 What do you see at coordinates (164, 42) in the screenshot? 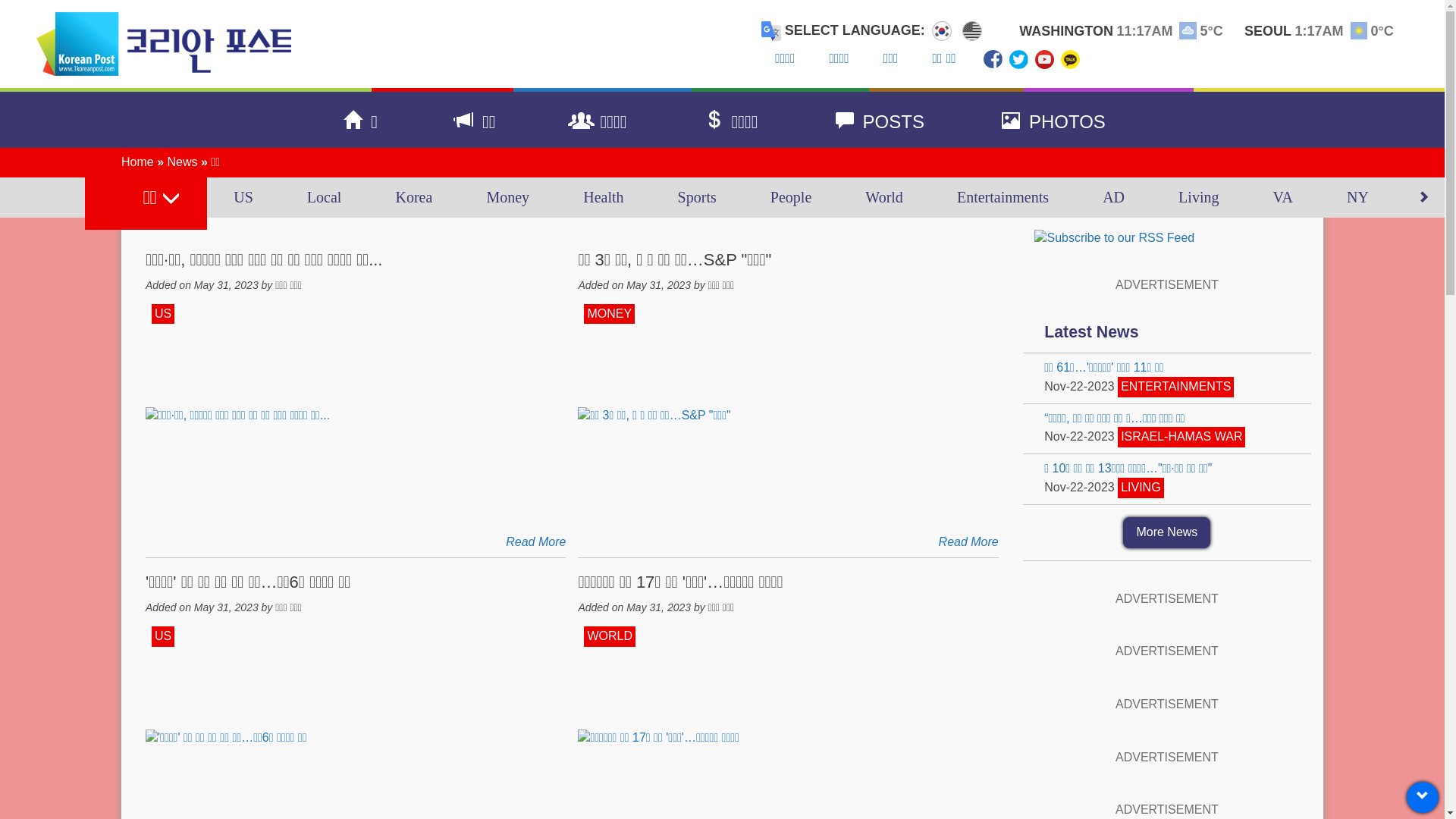
I see `'The Korean Post'` at bounding box center [164, 42].